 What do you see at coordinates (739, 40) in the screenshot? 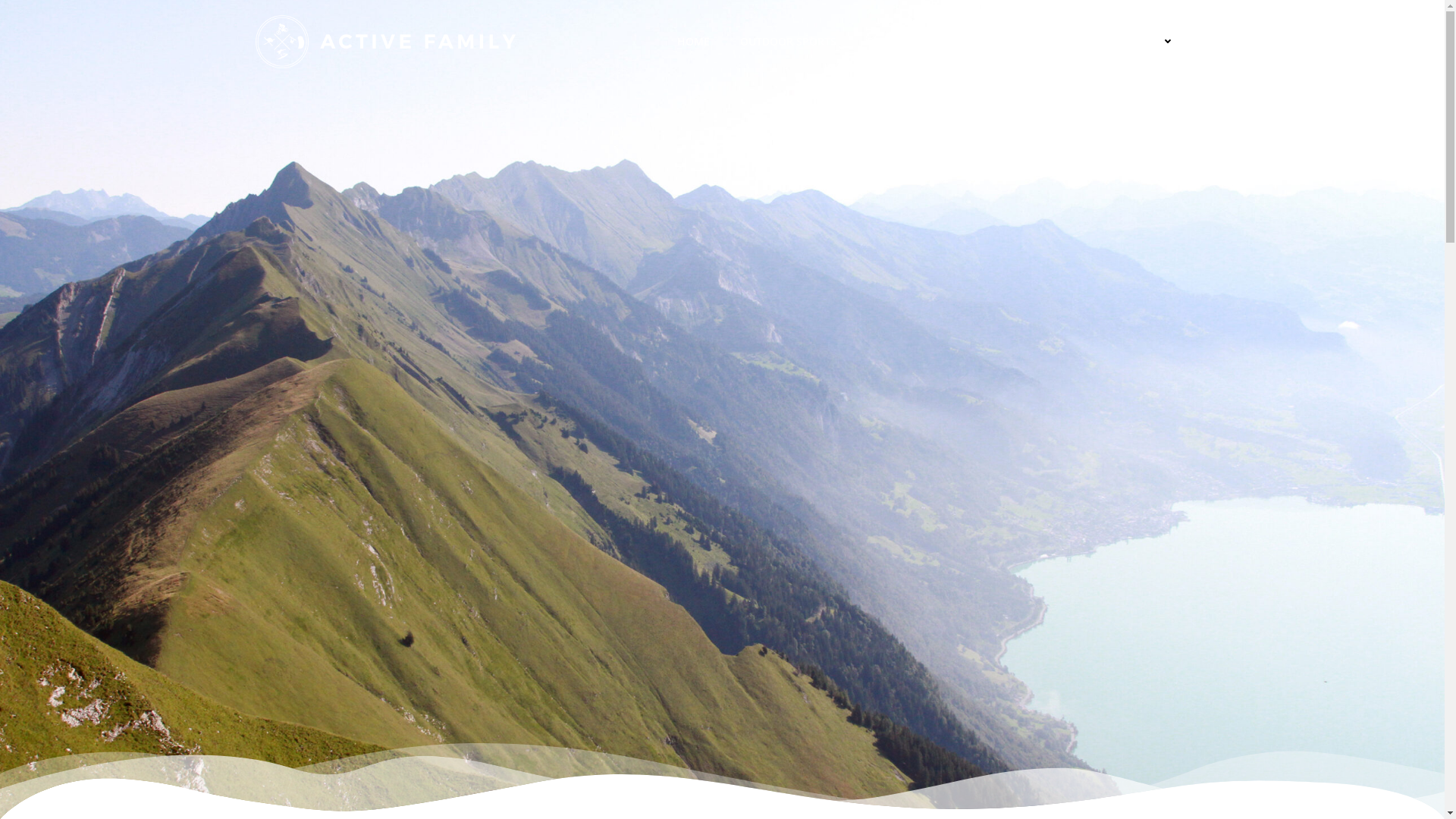
I see `'OUTDOOR SPORTS'` at bounding box center [739, 40].